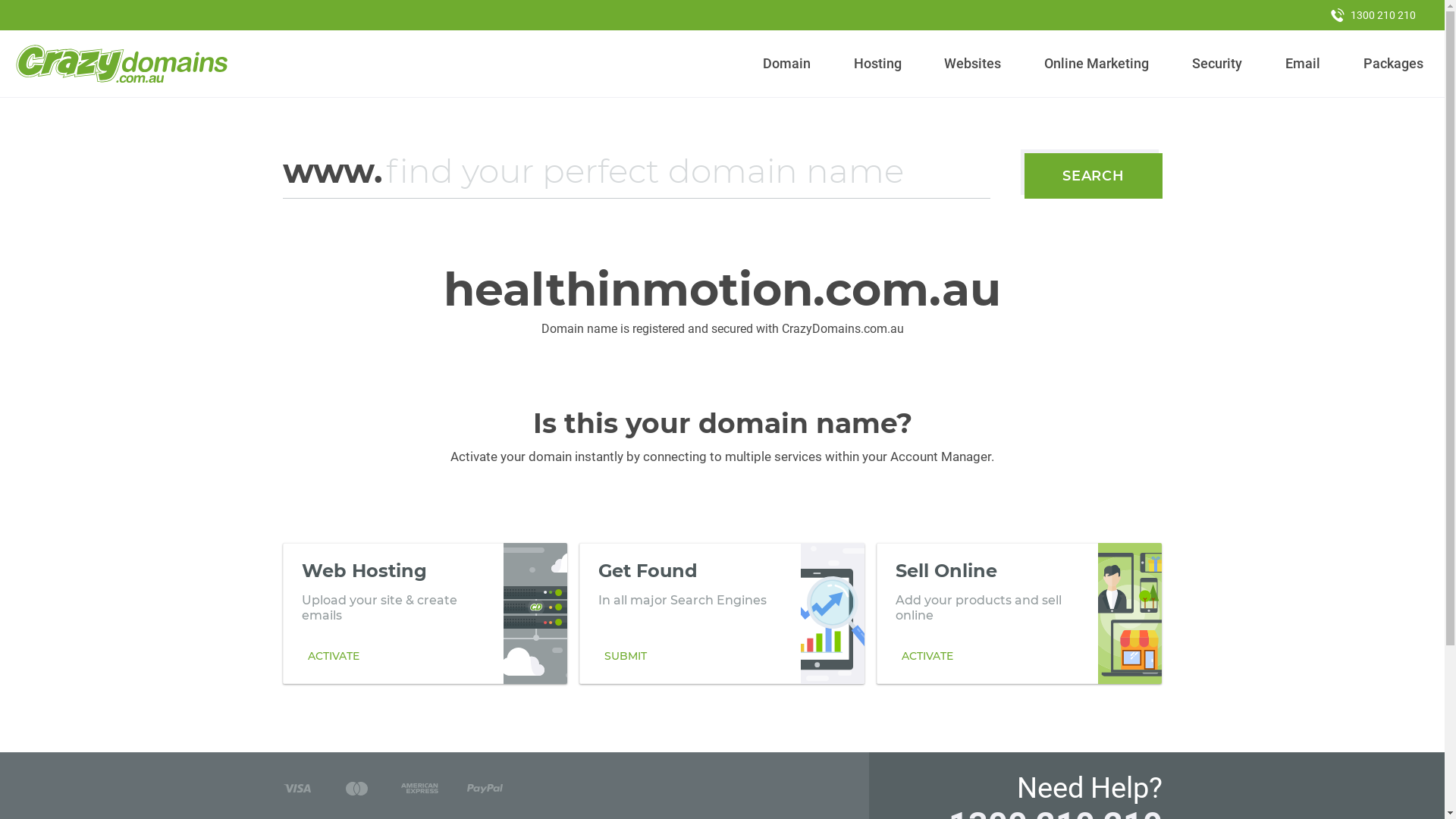  I want to click on 'Hosting', so click(846, 63).